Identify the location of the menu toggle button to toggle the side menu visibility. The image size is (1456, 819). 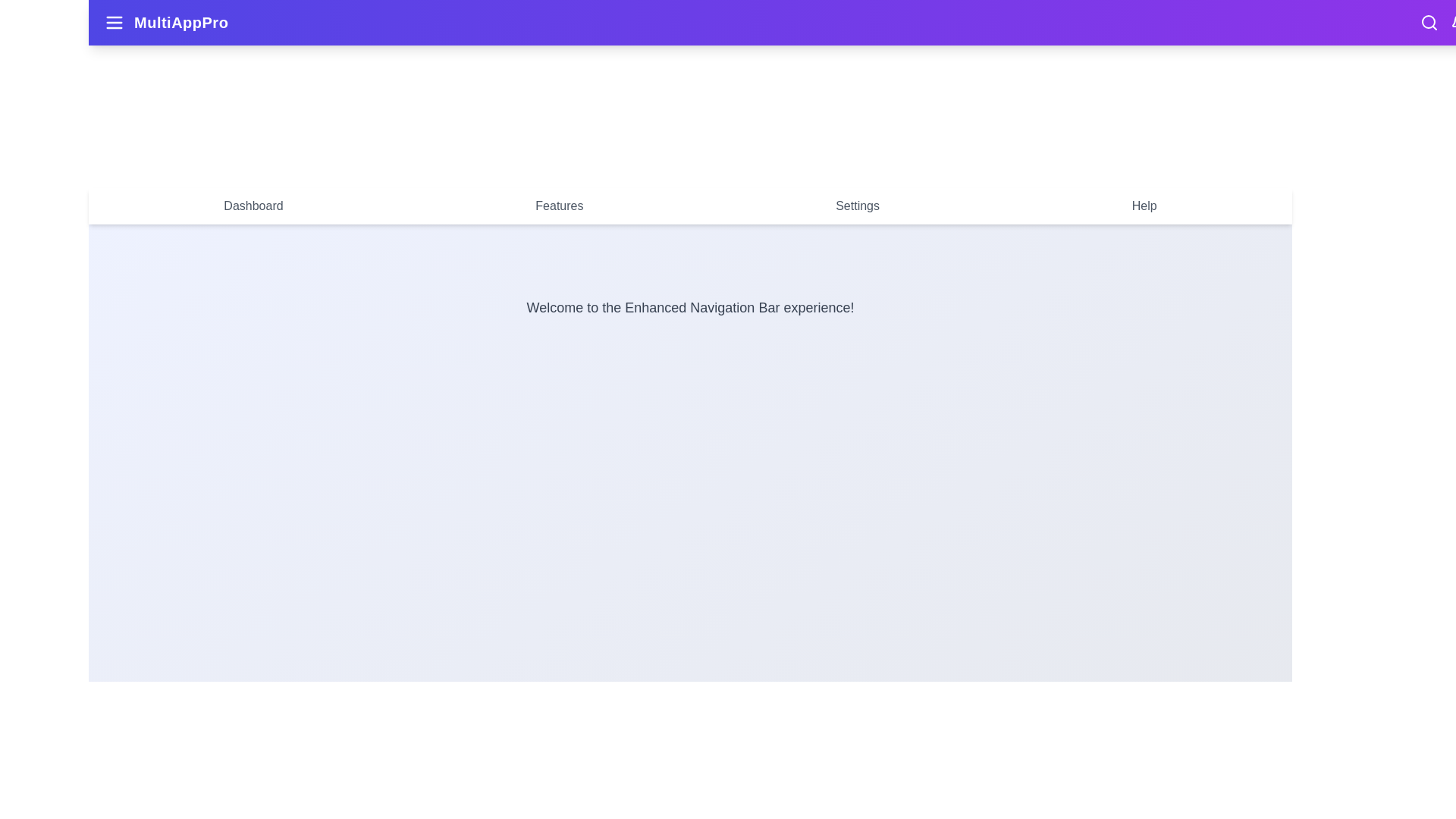
(113, 23).